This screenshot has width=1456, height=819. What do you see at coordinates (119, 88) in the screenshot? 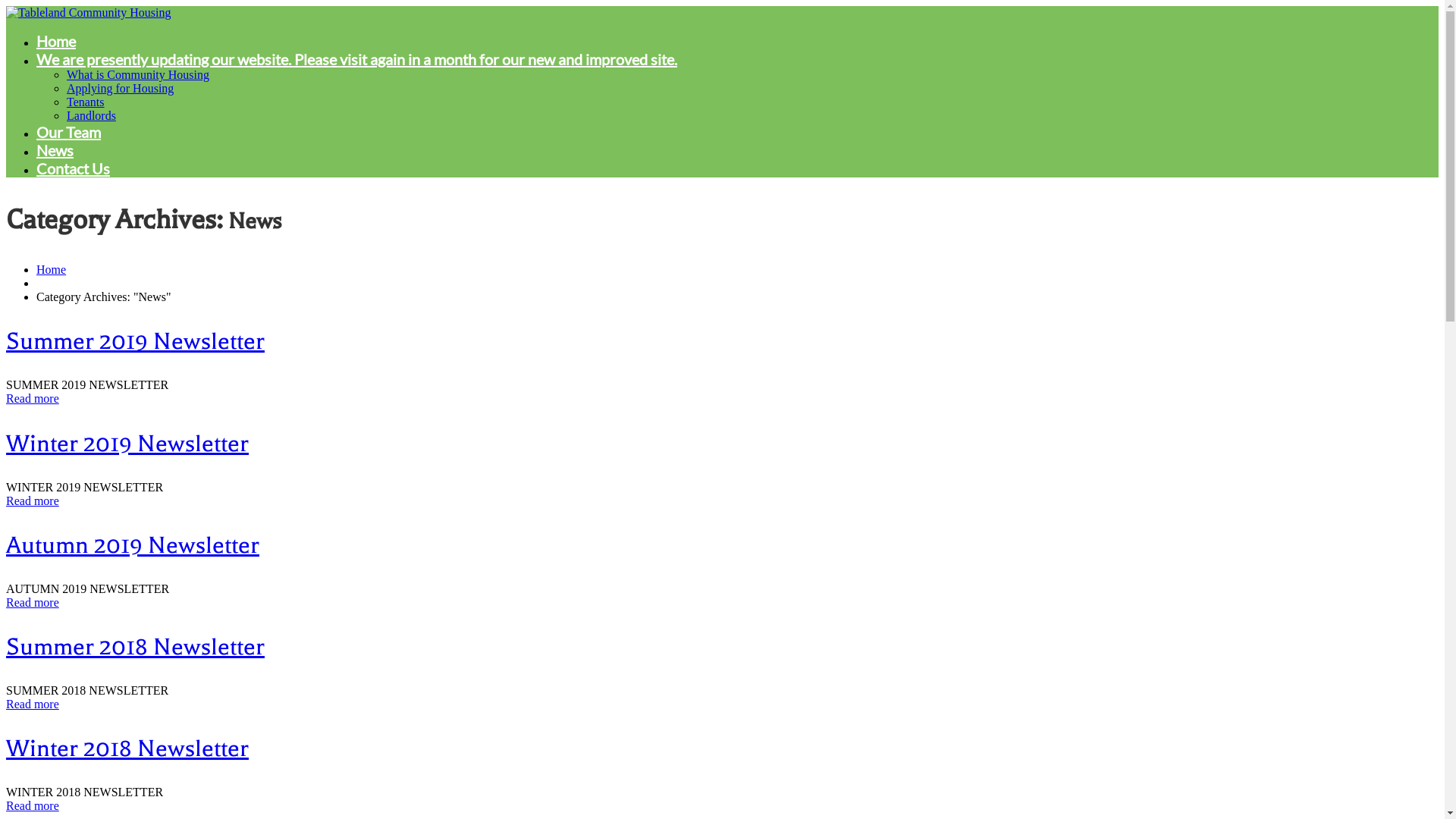
I see `'Applying for Housing'` at bounding box center [119, 88].